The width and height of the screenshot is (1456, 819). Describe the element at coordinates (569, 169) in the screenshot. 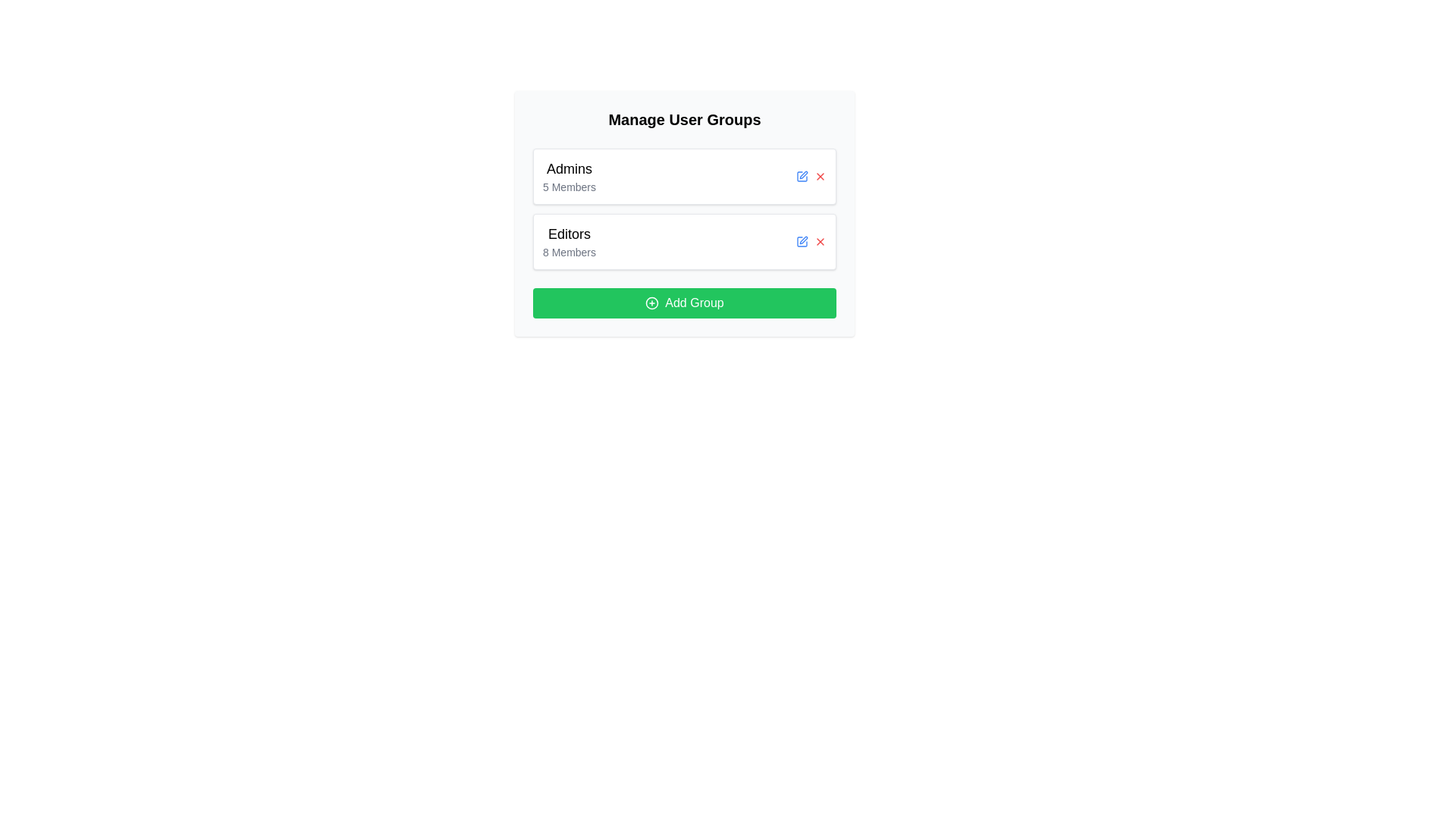

I see `the bold text label displaying 'Admins' located above the '5 Members' text in the 'Manage User Groups' section` at that location.